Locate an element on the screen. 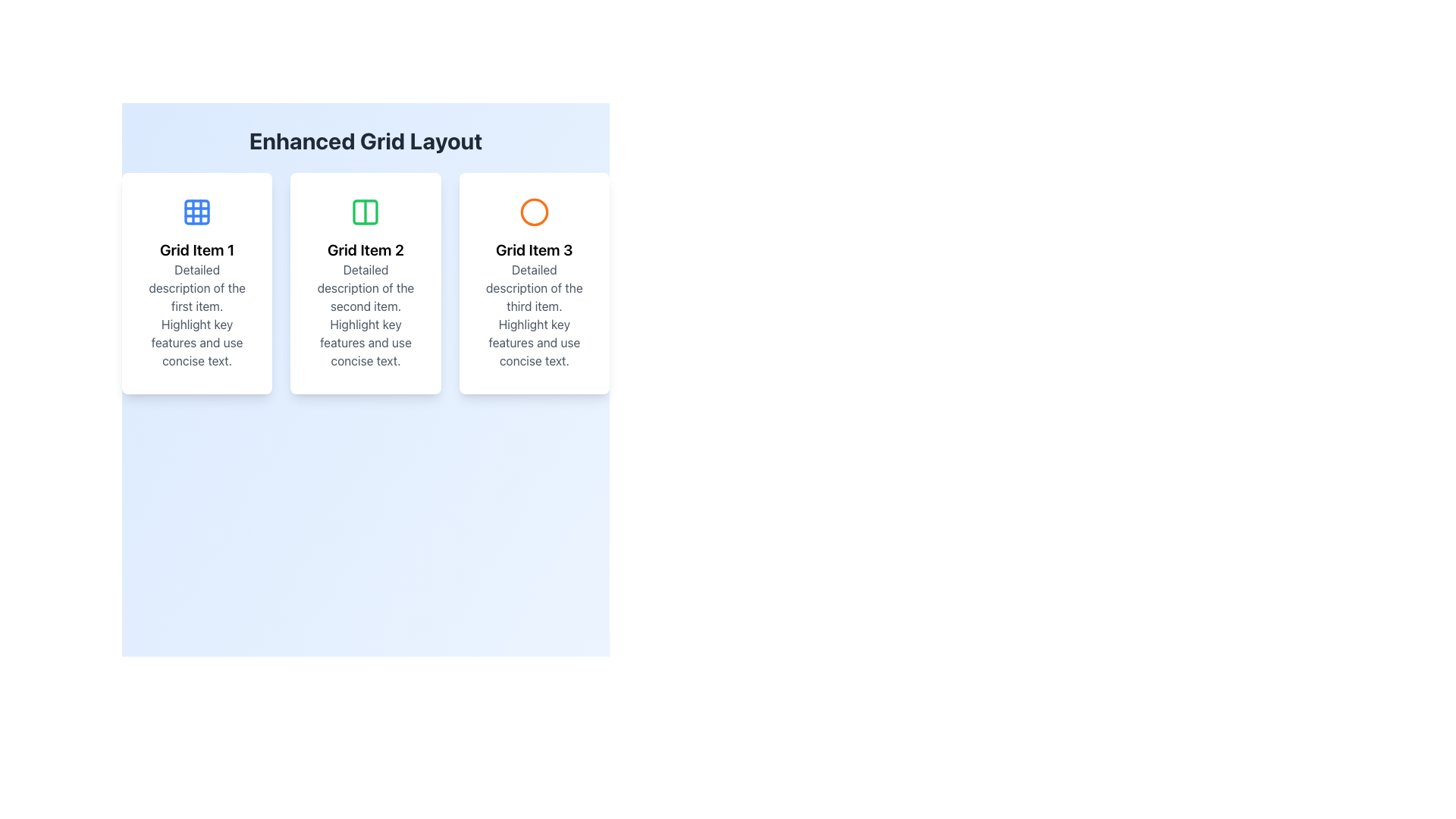  the circular graphical icon with an orange border and white fill located inside 'Grid Item 3' in the third card of the horizontal layout is located at coordinates (534, 212).